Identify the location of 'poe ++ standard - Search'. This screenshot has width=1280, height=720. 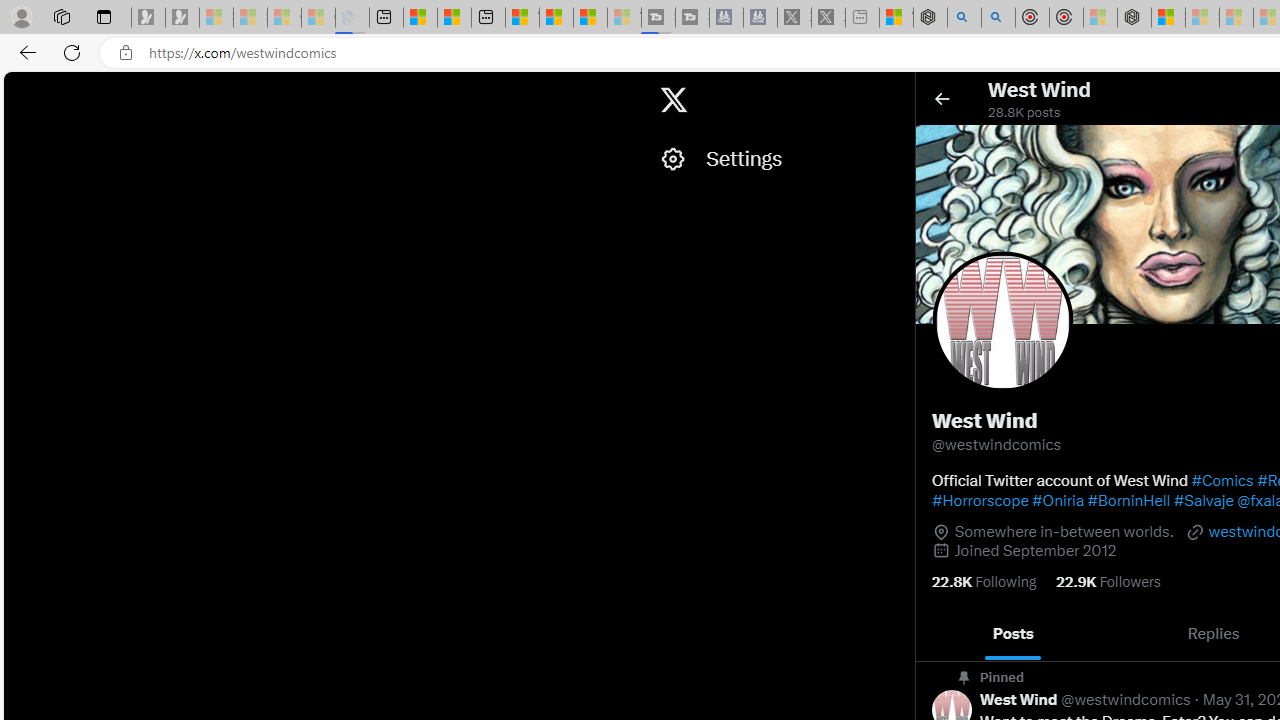
(998, 17).